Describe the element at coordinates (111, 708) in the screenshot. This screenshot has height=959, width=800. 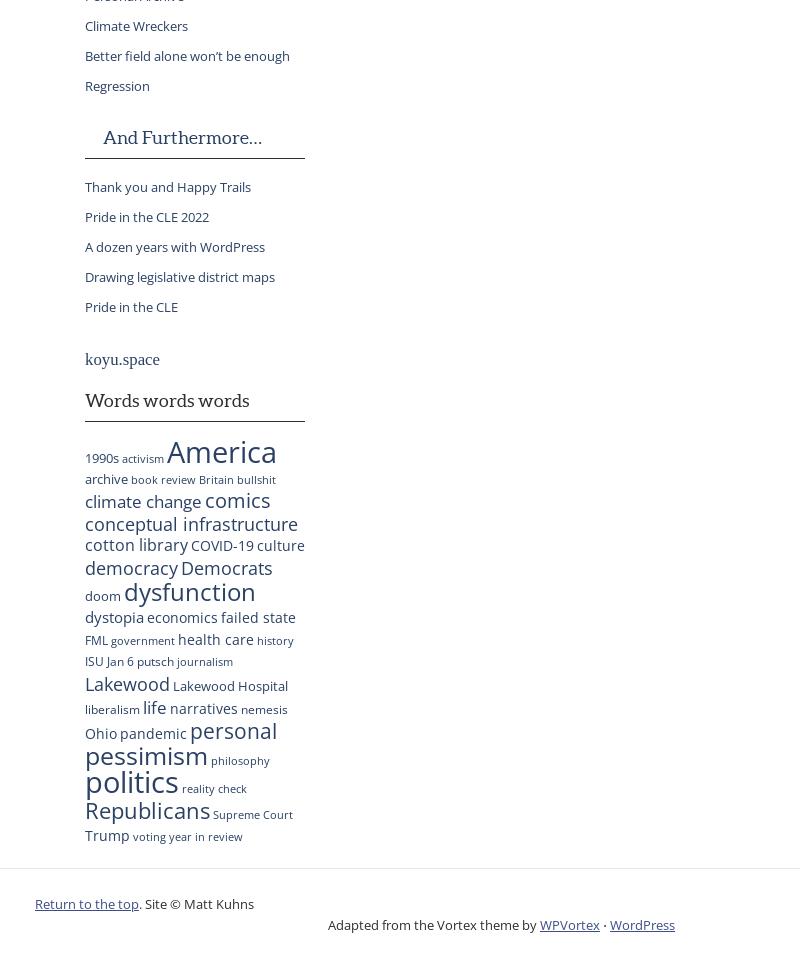
I see `'liberalism'` at that location.